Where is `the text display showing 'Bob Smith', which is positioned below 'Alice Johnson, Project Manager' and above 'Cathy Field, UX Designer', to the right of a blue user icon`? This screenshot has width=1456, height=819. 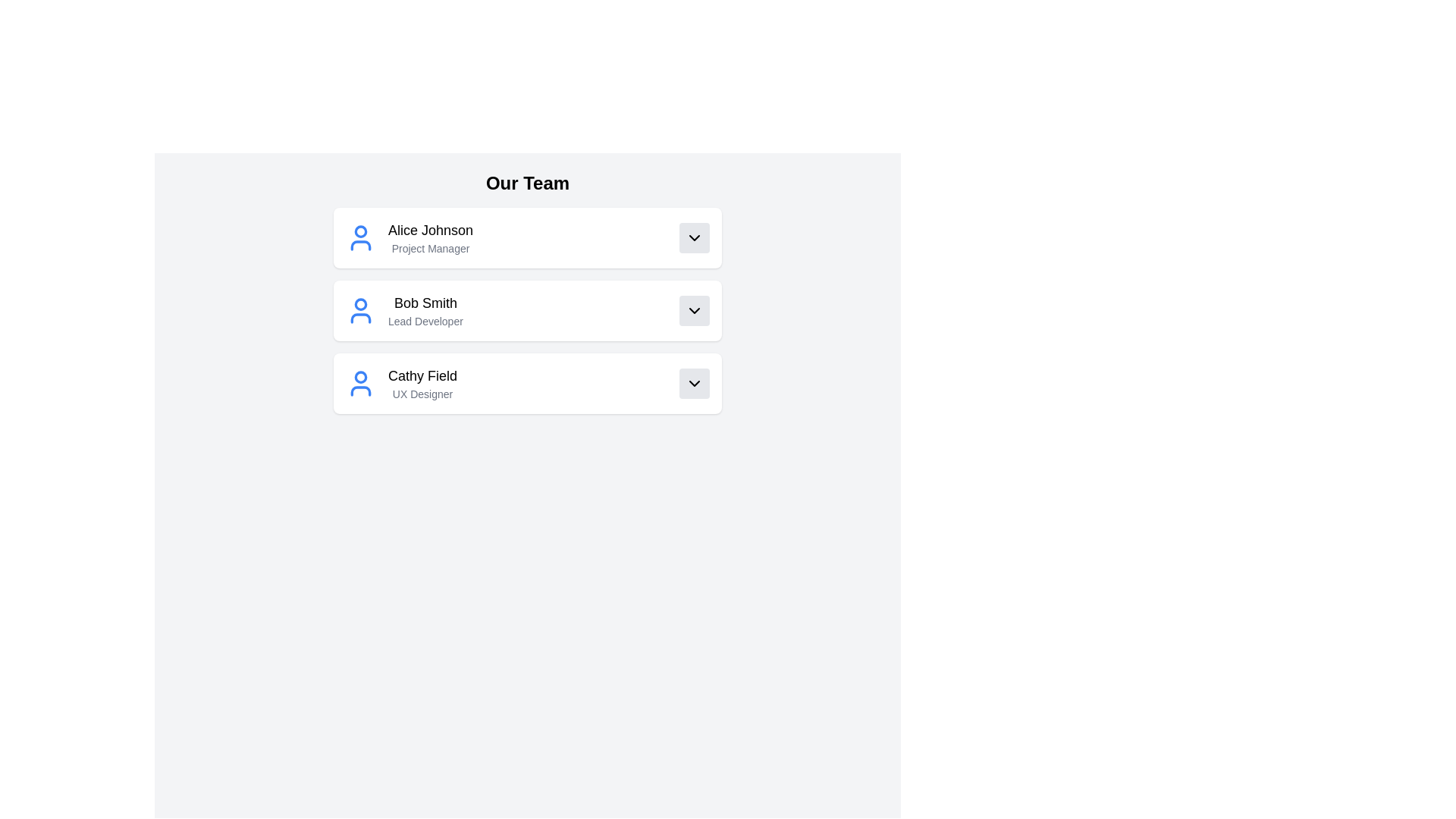 the text display showing 'Bob Smith', which is positioned below 'Alice Johnson, Project Manager' and above 'Cathy Field, UX Designer', to the right of a blue user icon is located at coordinates (425, 309).